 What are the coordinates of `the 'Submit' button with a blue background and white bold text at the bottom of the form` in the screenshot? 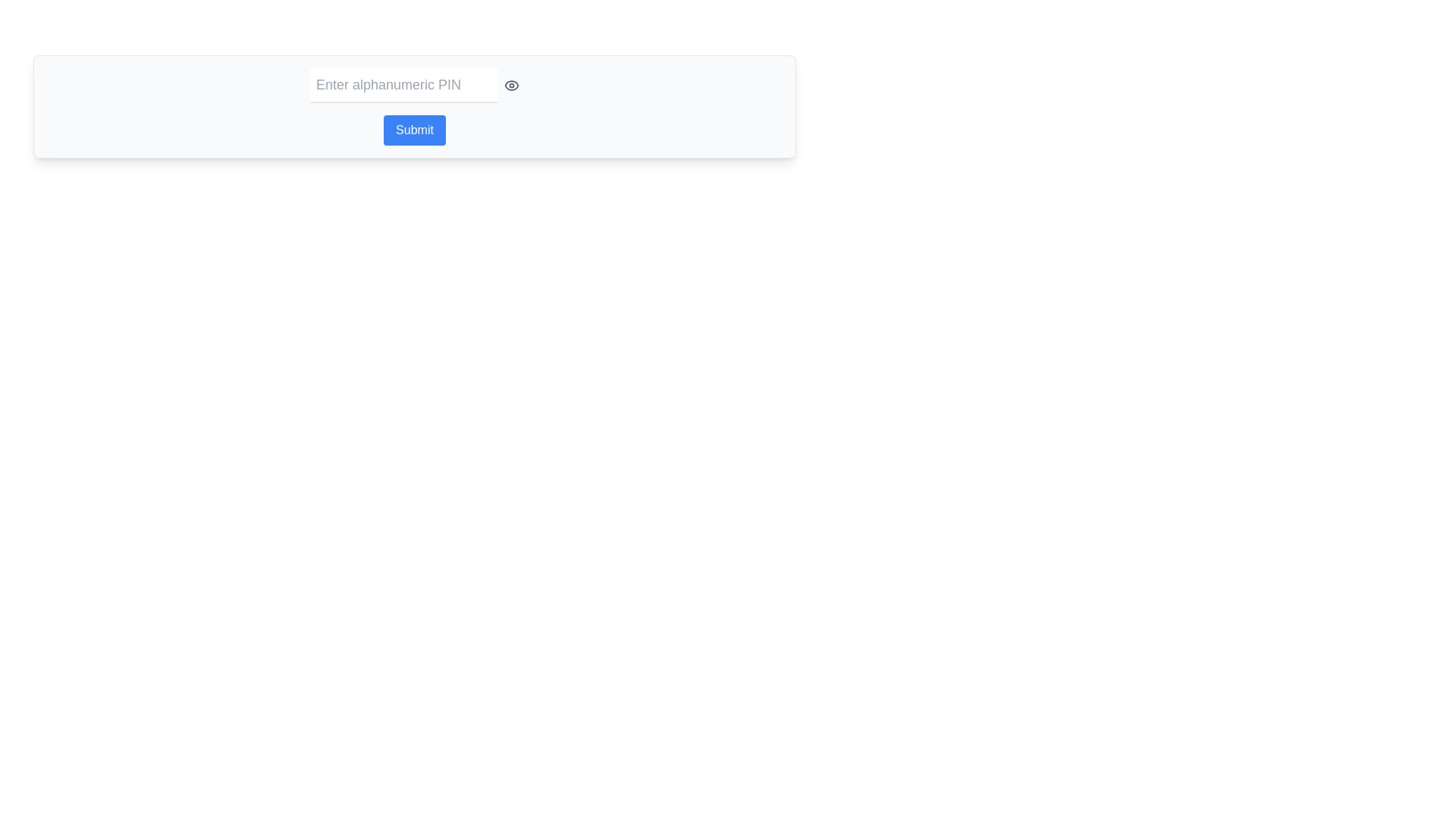 It's located at (415, 130).